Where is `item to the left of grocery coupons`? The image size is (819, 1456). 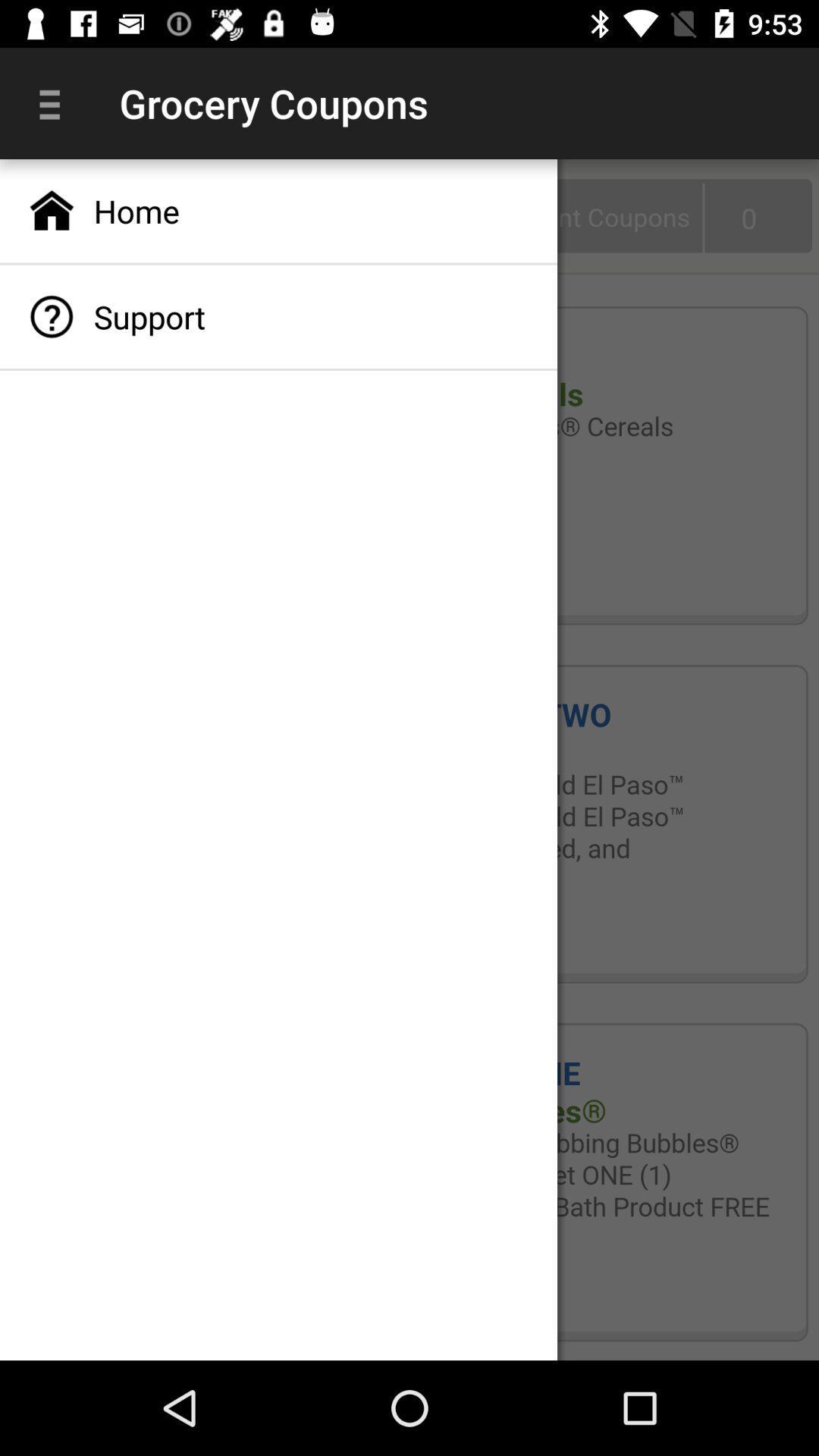 item to the left of grocery coupons is located at coordinates (55, 102).